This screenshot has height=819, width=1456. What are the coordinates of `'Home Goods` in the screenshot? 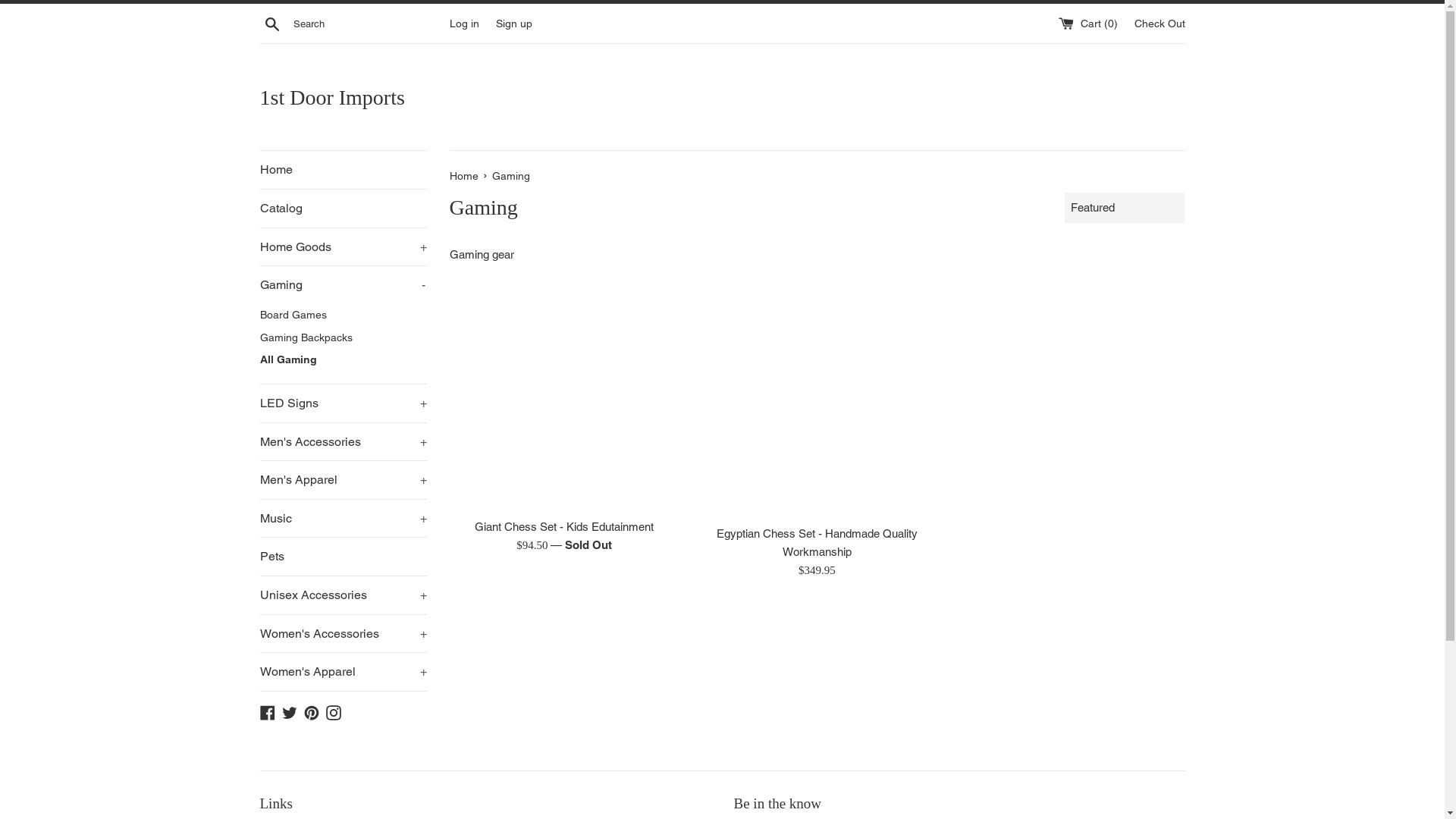 It's located at (259, 246).